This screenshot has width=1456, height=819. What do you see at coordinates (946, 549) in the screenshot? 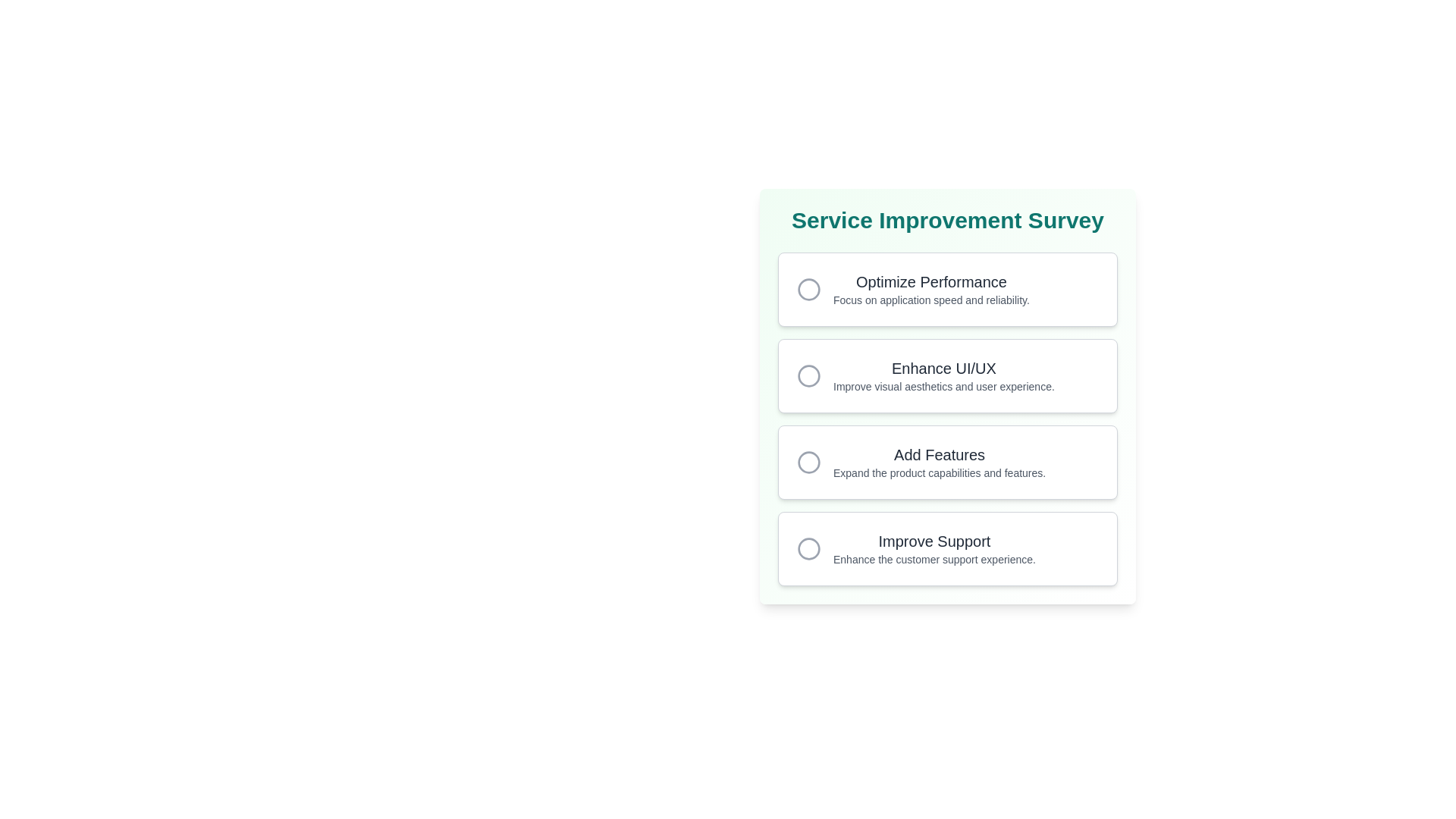
I see `the Selectable Card titled 'Improve Support'` at bounding box center [946, 549].